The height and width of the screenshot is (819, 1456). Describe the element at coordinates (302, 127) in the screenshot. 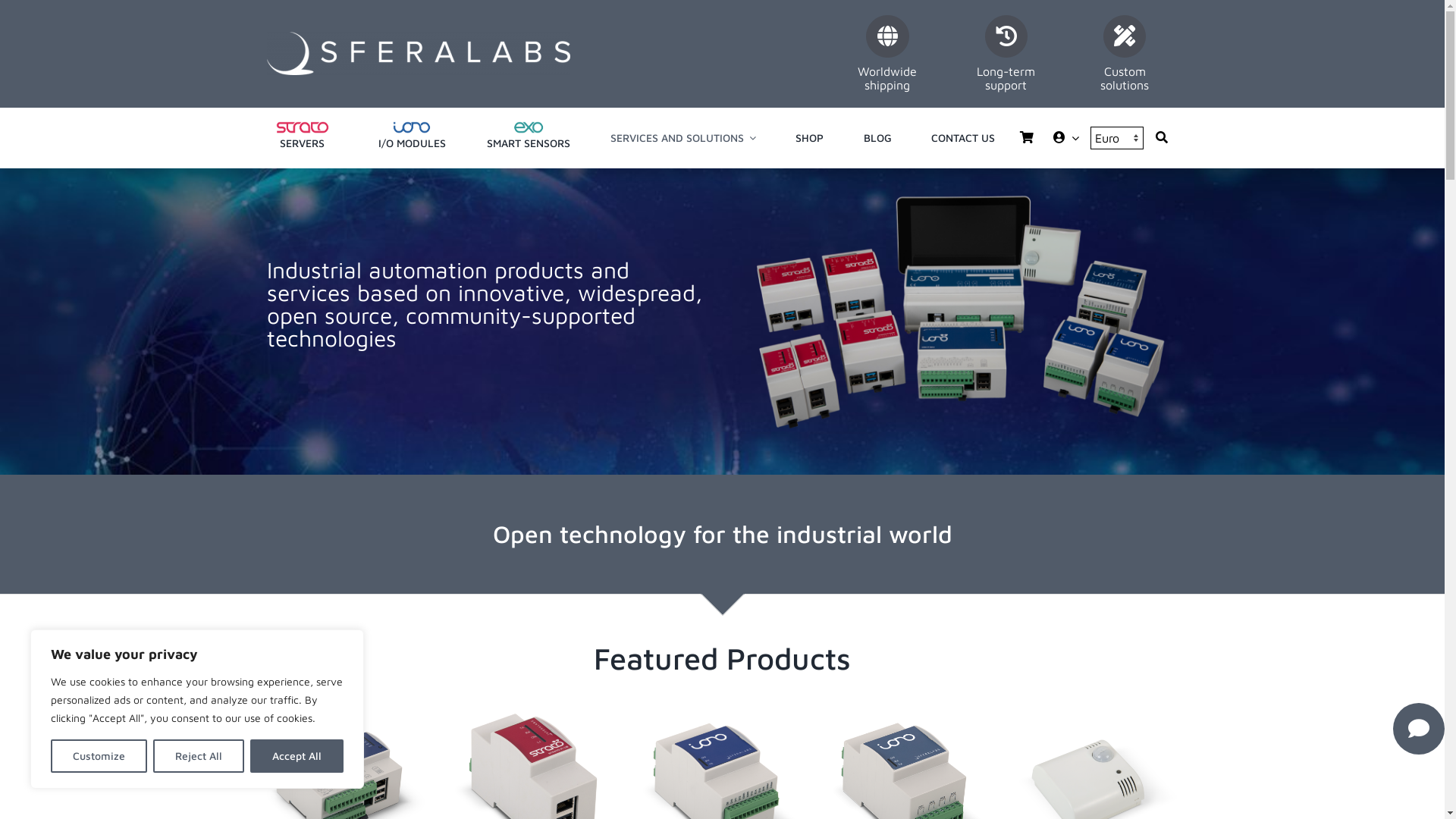

I see `'strato-line'` at that location.